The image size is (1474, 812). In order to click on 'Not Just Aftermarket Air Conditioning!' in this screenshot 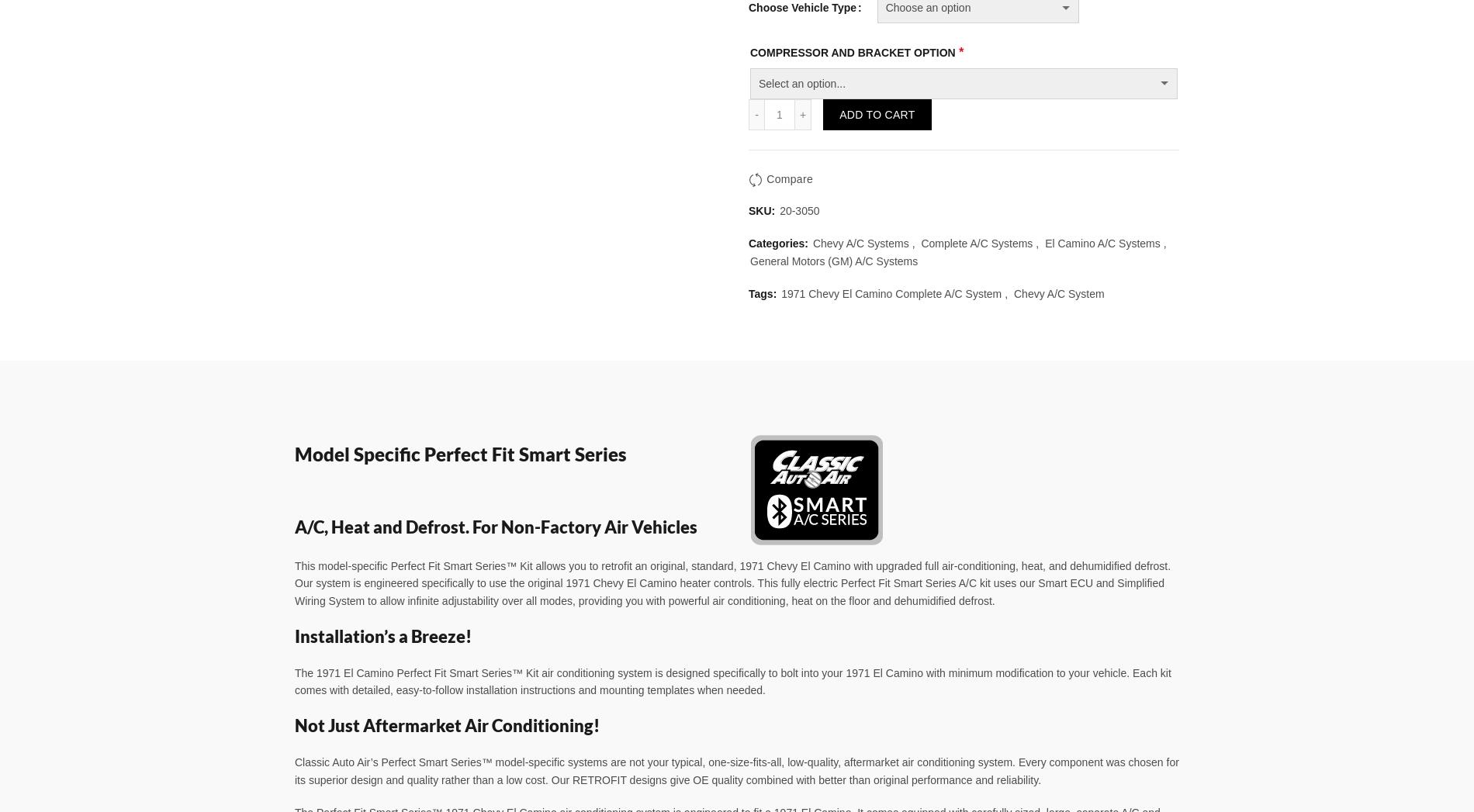, I will do `click(447, 725)`.